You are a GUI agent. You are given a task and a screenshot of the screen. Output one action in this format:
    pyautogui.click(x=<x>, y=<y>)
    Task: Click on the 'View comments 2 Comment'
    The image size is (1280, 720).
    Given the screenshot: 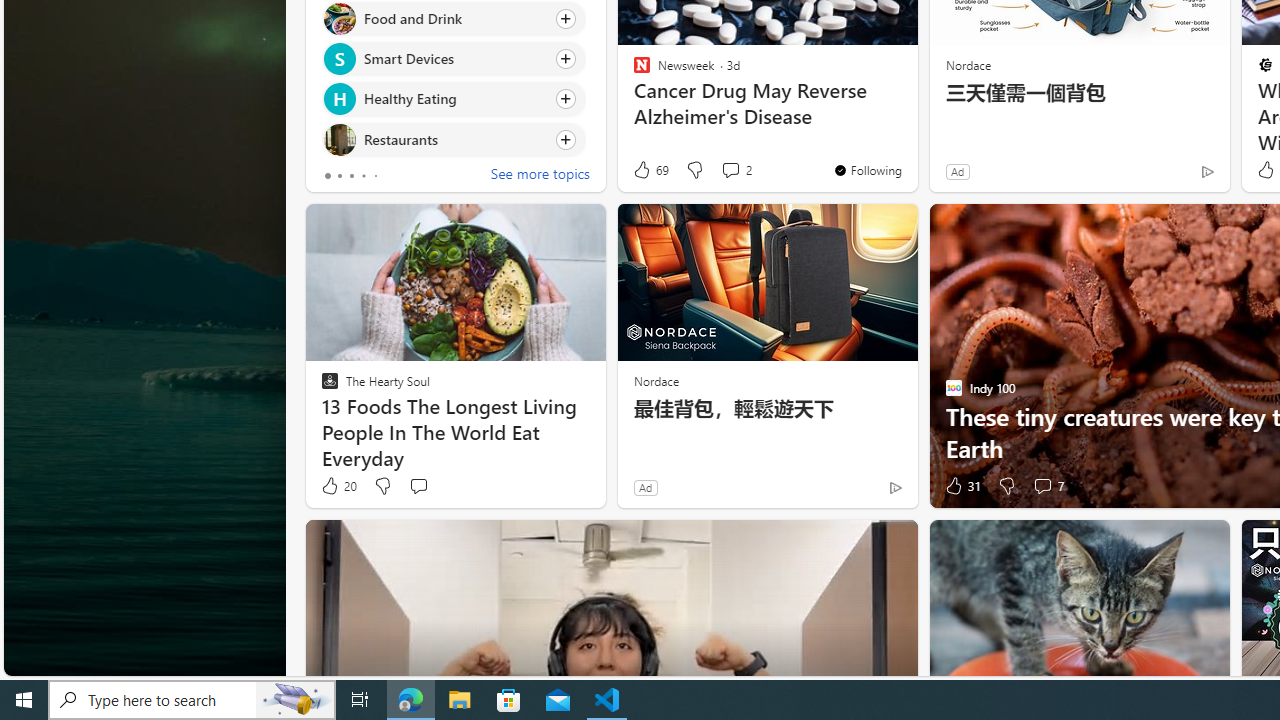 What is the action you would take?
    pyautogui.click(x=729, y=168)
    